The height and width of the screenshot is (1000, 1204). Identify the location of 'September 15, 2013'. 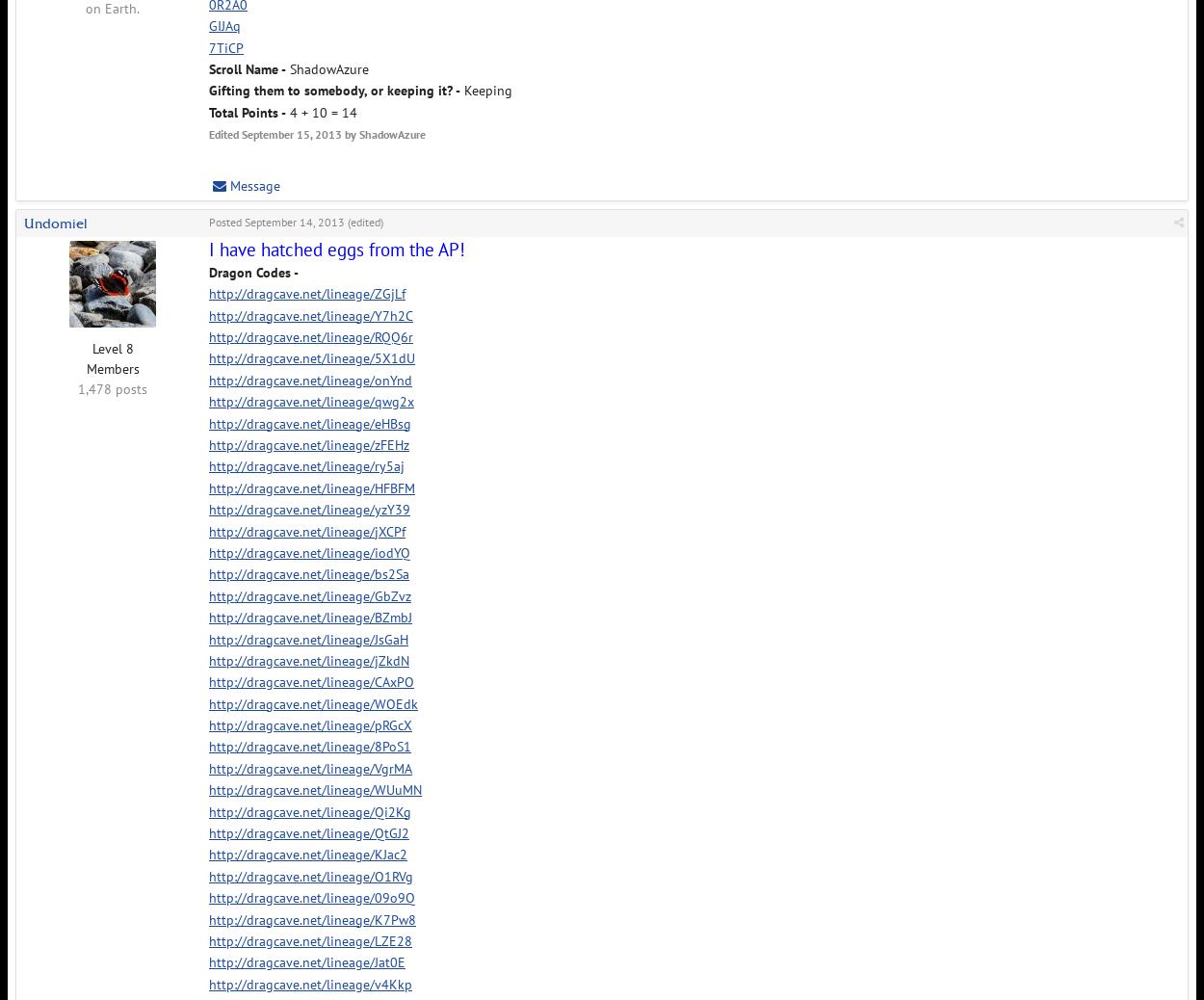
(292, 133).